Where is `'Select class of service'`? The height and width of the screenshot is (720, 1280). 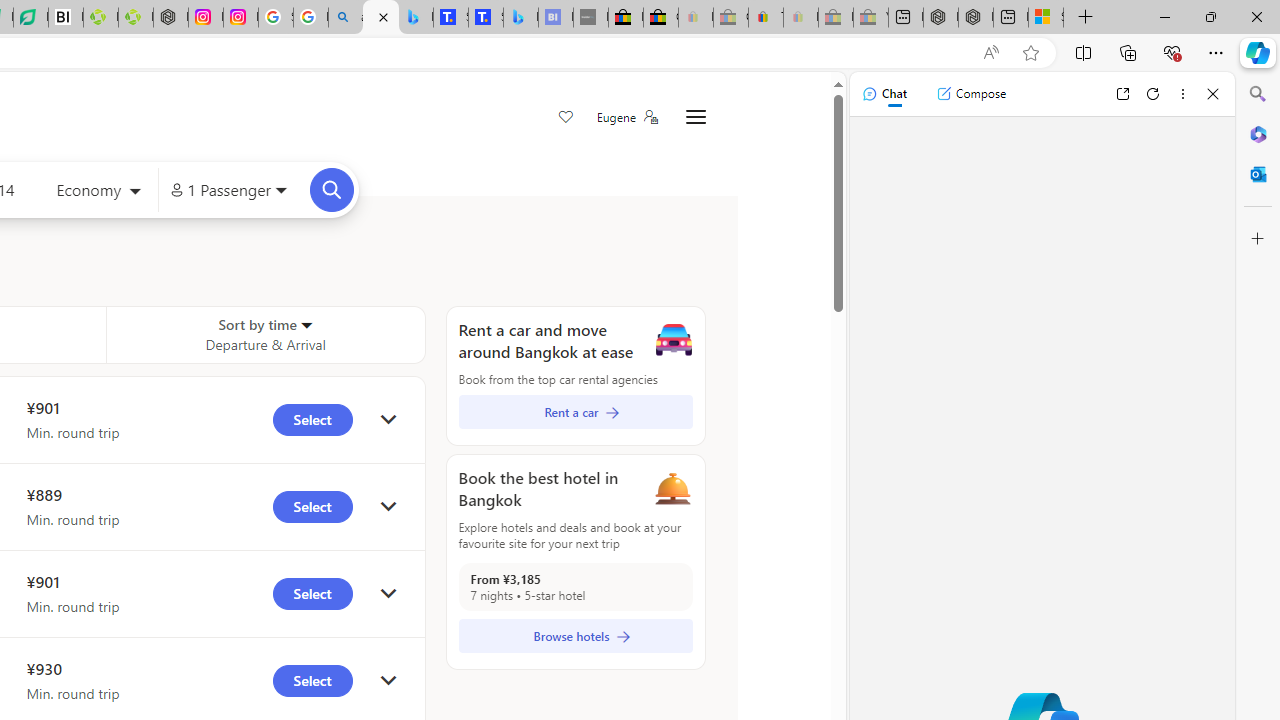
'Select class of service' is located at coordinates (98, 192).